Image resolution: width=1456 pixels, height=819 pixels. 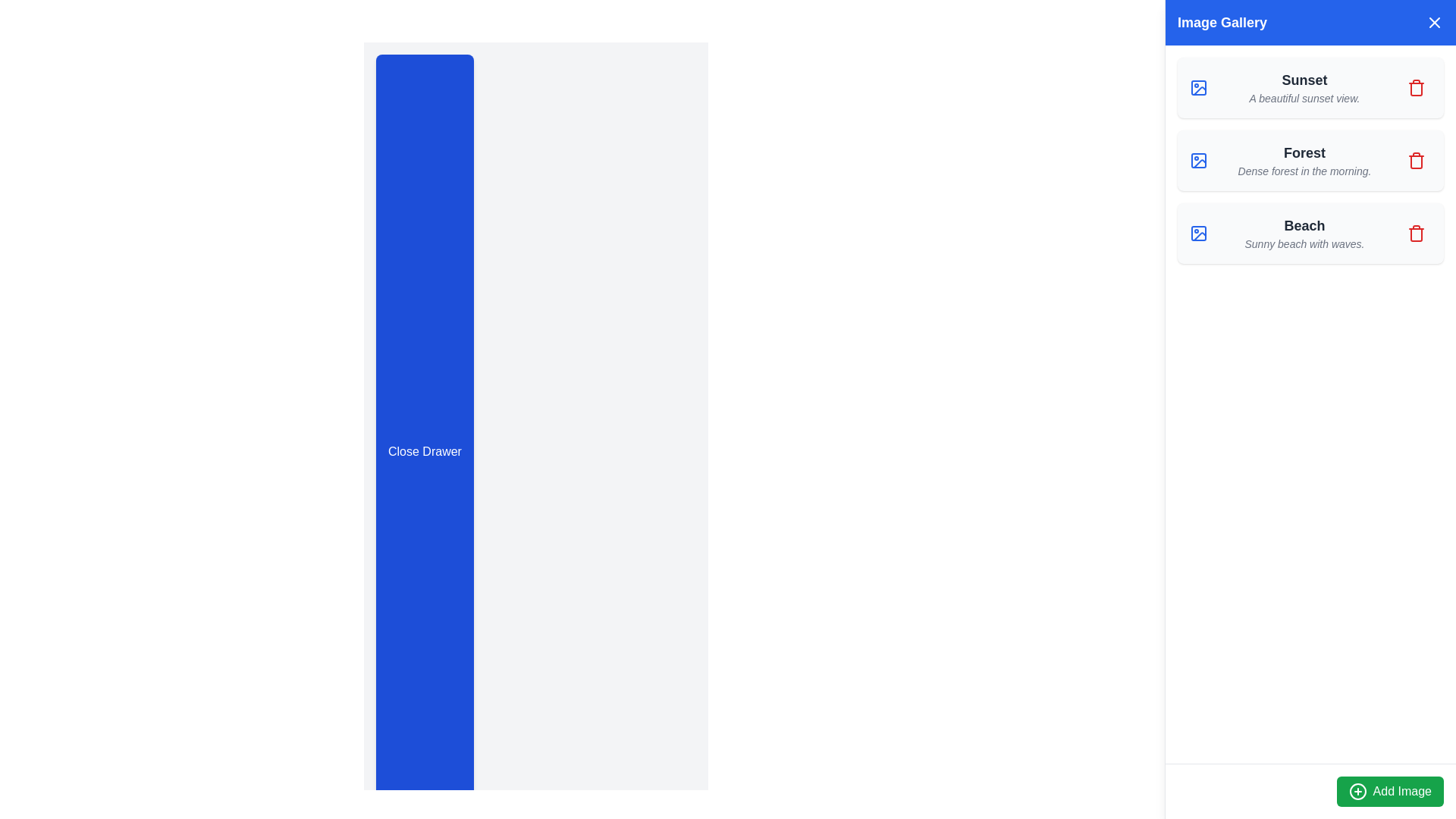 What do you see at coordinates (1197, 161) in the screenshot?
I see `the light blue rectangular SVG icon located near the top-left corner of the blue image frame within the 'Forest' item of the 'Image Gallery'` at bounding box center [1197, 161].